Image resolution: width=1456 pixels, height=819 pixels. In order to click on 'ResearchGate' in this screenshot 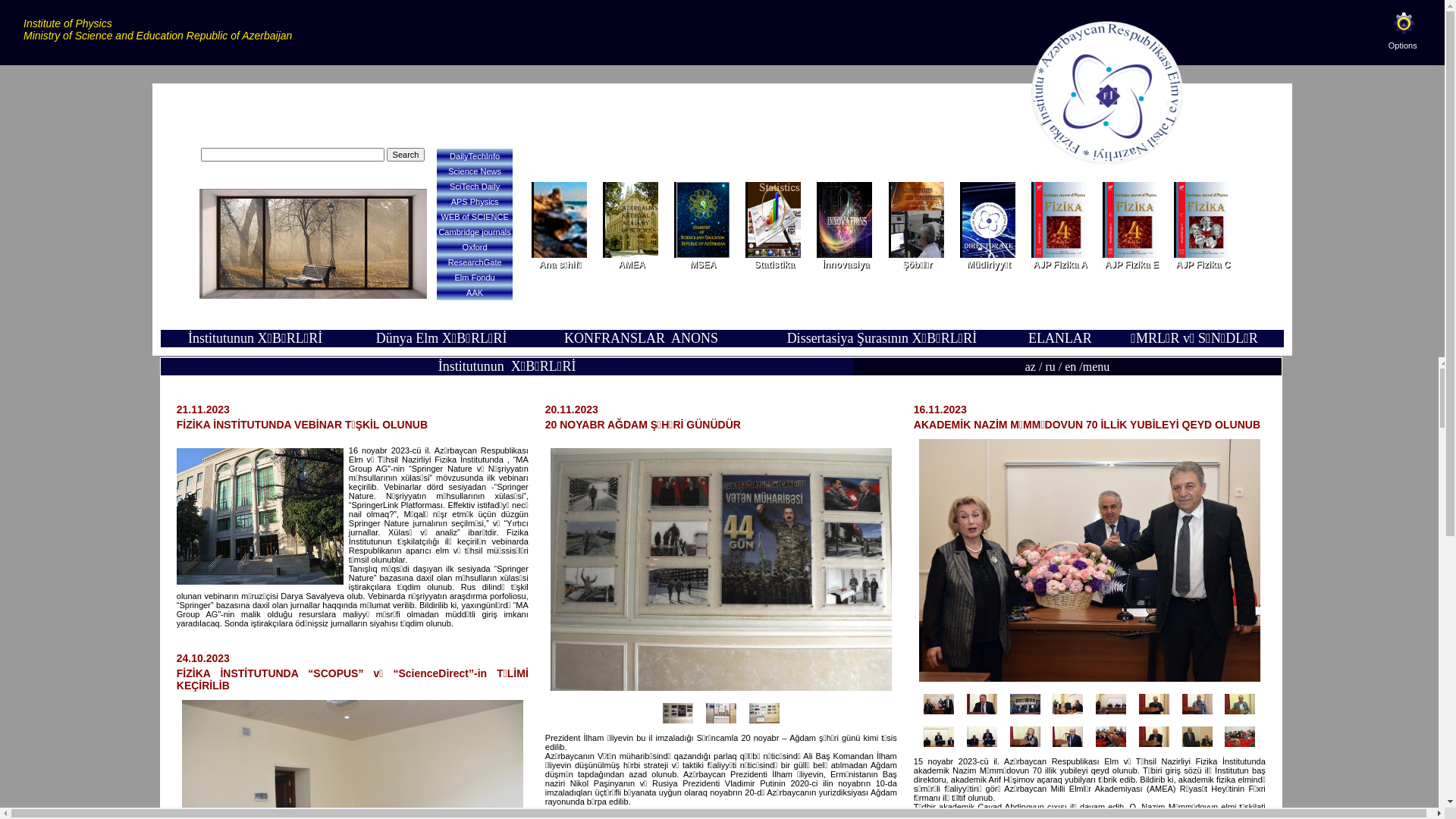, I will do `click(473, 262)`.